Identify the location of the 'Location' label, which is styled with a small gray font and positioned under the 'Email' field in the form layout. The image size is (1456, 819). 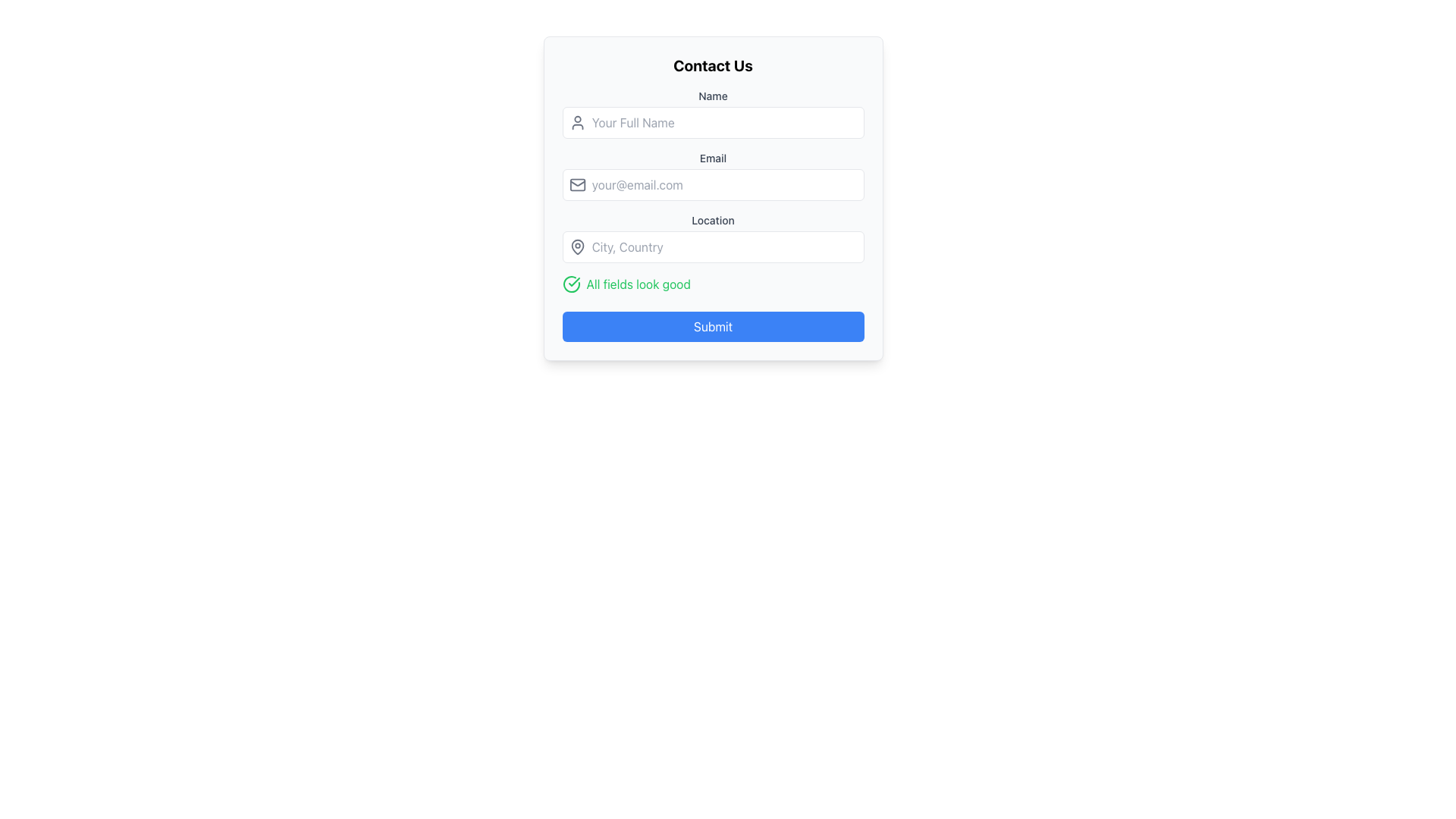
(712, 220).